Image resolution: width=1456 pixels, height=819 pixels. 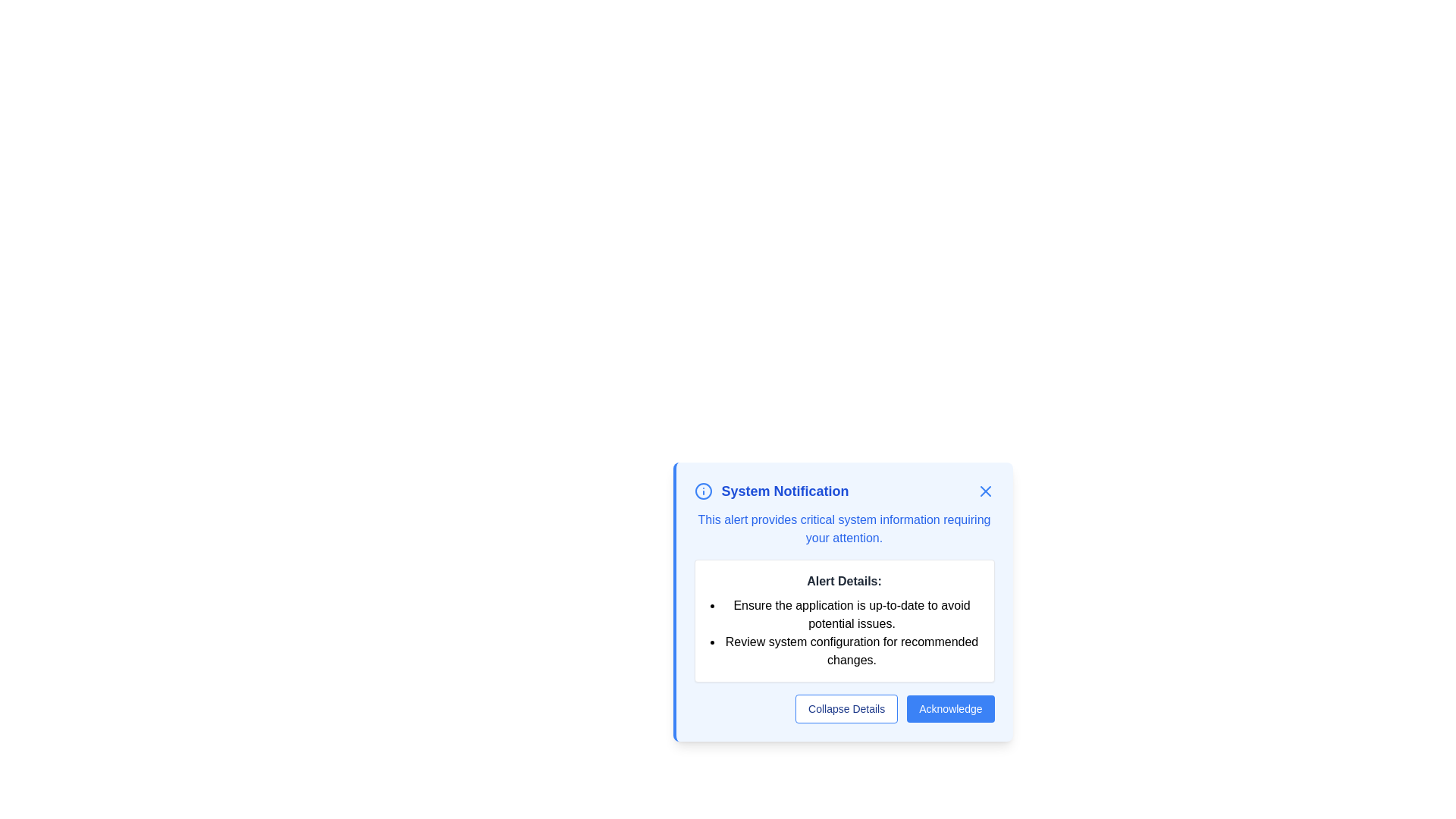 What do you see at coordinates (785, 491) in the screenshot?
I see `the 'System Notification' text label styled with a blue bold font, which is located in the upper part of the notification dialog box, centered horizontally and adjacent to an icon` at bounding box center [785, 491].